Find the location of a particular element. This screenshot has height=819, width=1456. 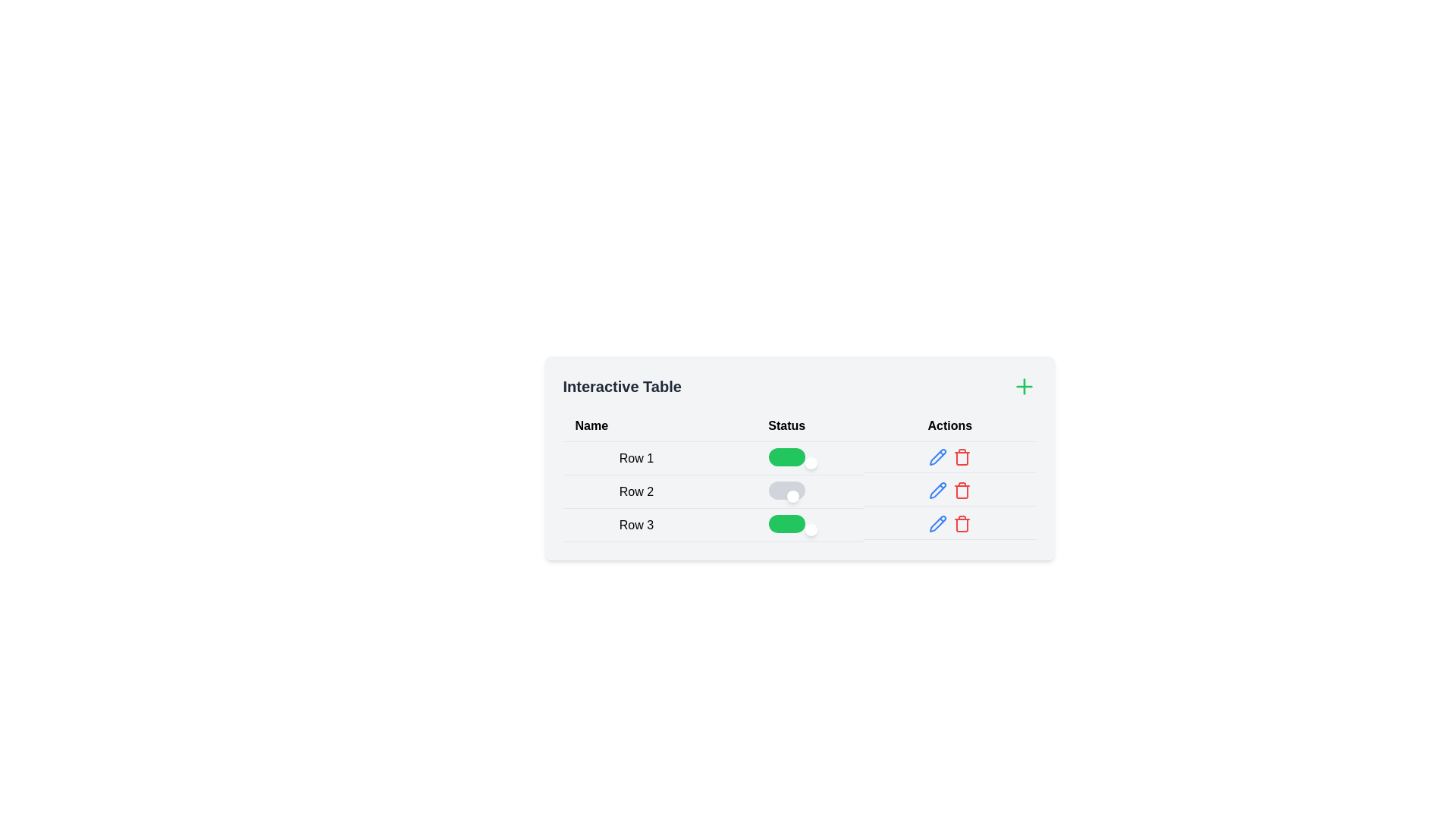

on the toggle switch component located in the third row under the 'Status' column, which has a green background and a circular handle on the right is located at coordinates (786, 524).